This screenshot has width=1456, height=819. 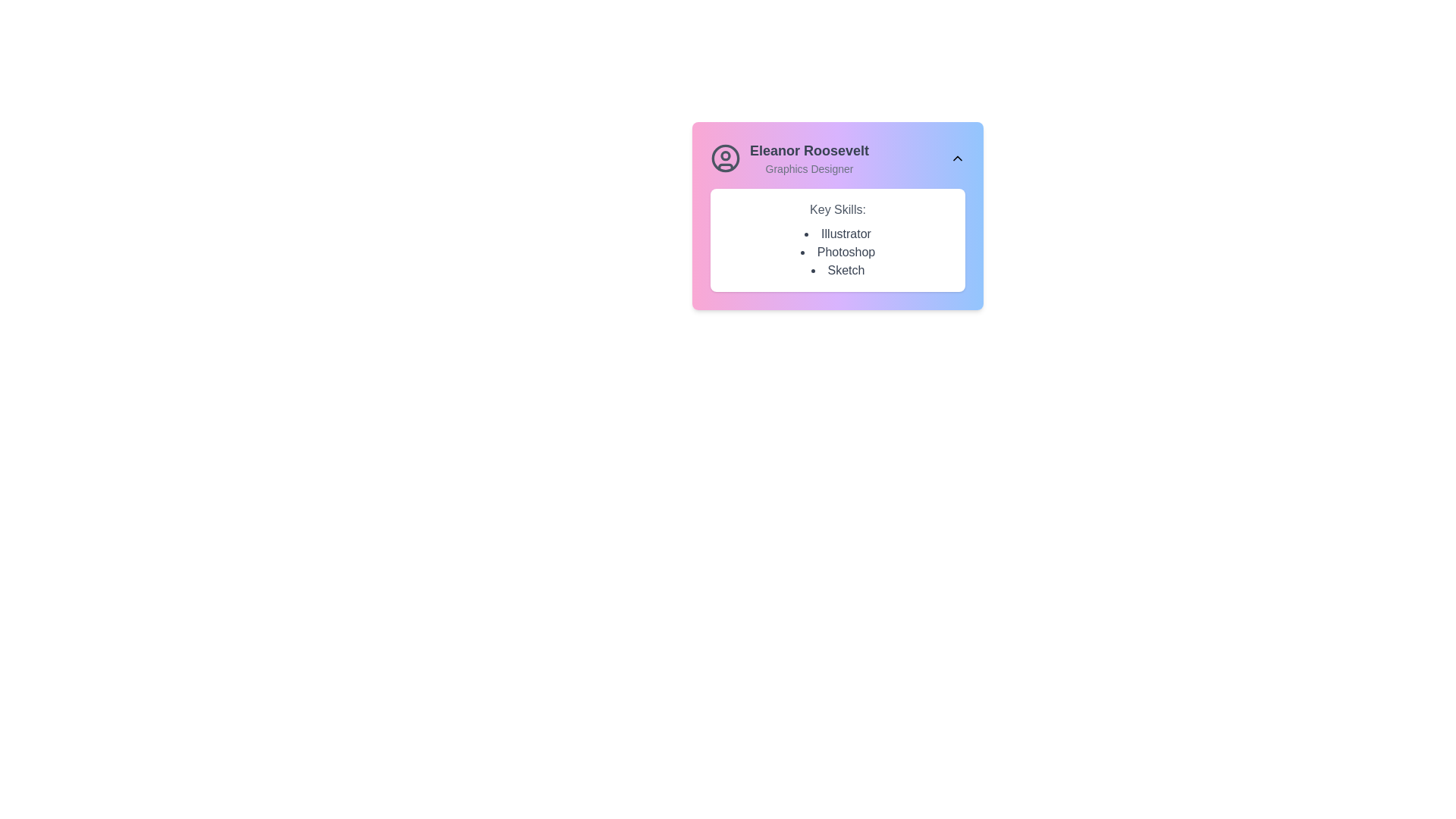 What do you see at coordinates (836, 251) in the screenshot?
I see `the 'Photoshop' skill name text label, which is the second item in the 'Key Skills' section of the UI, centrally placed within a drop-shadowed white panel` at bounding box center [836, 251].